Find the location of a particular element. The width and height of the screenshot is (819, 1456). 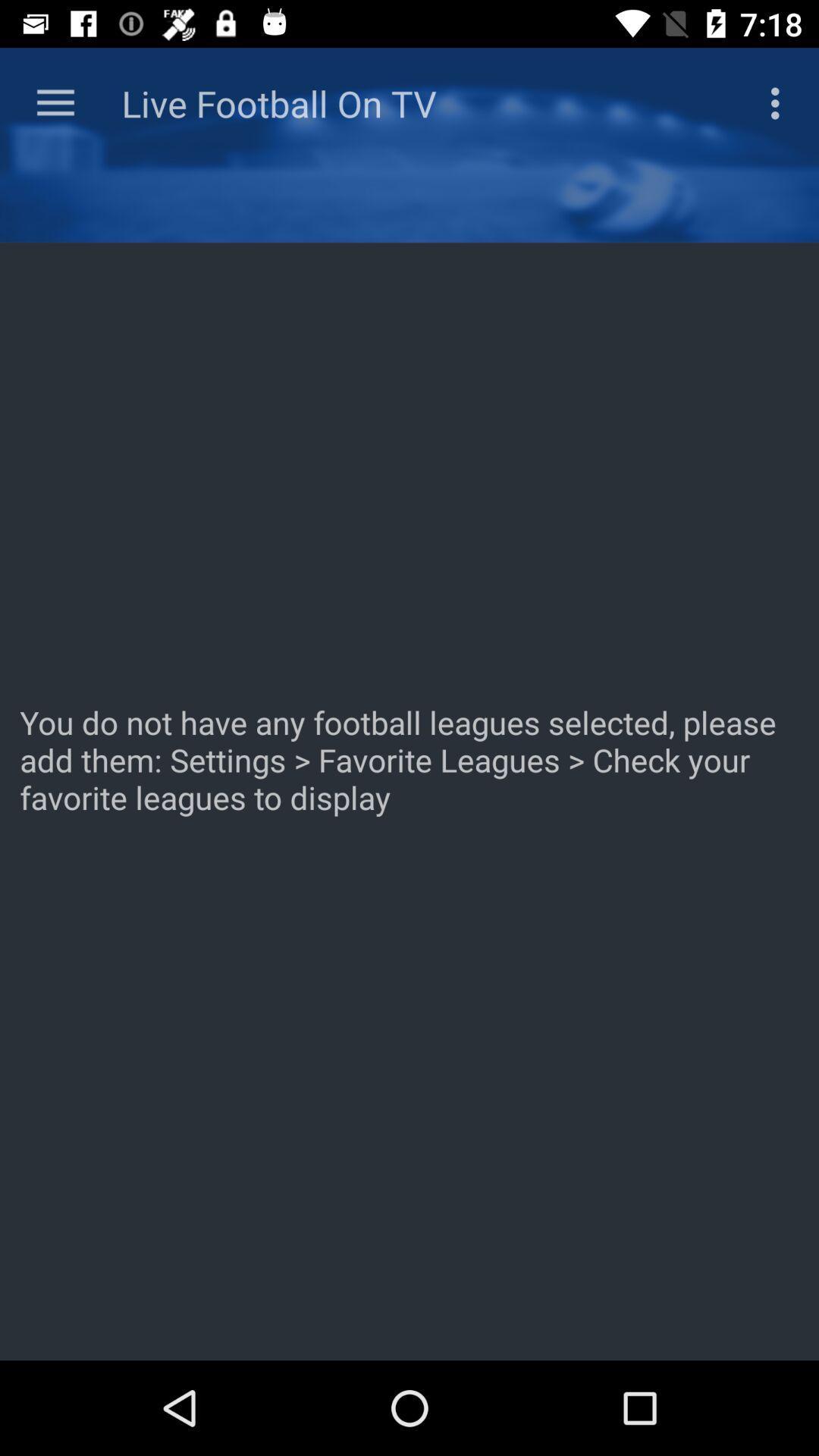

icon above you do not icon is located at coordinates (779, 102).